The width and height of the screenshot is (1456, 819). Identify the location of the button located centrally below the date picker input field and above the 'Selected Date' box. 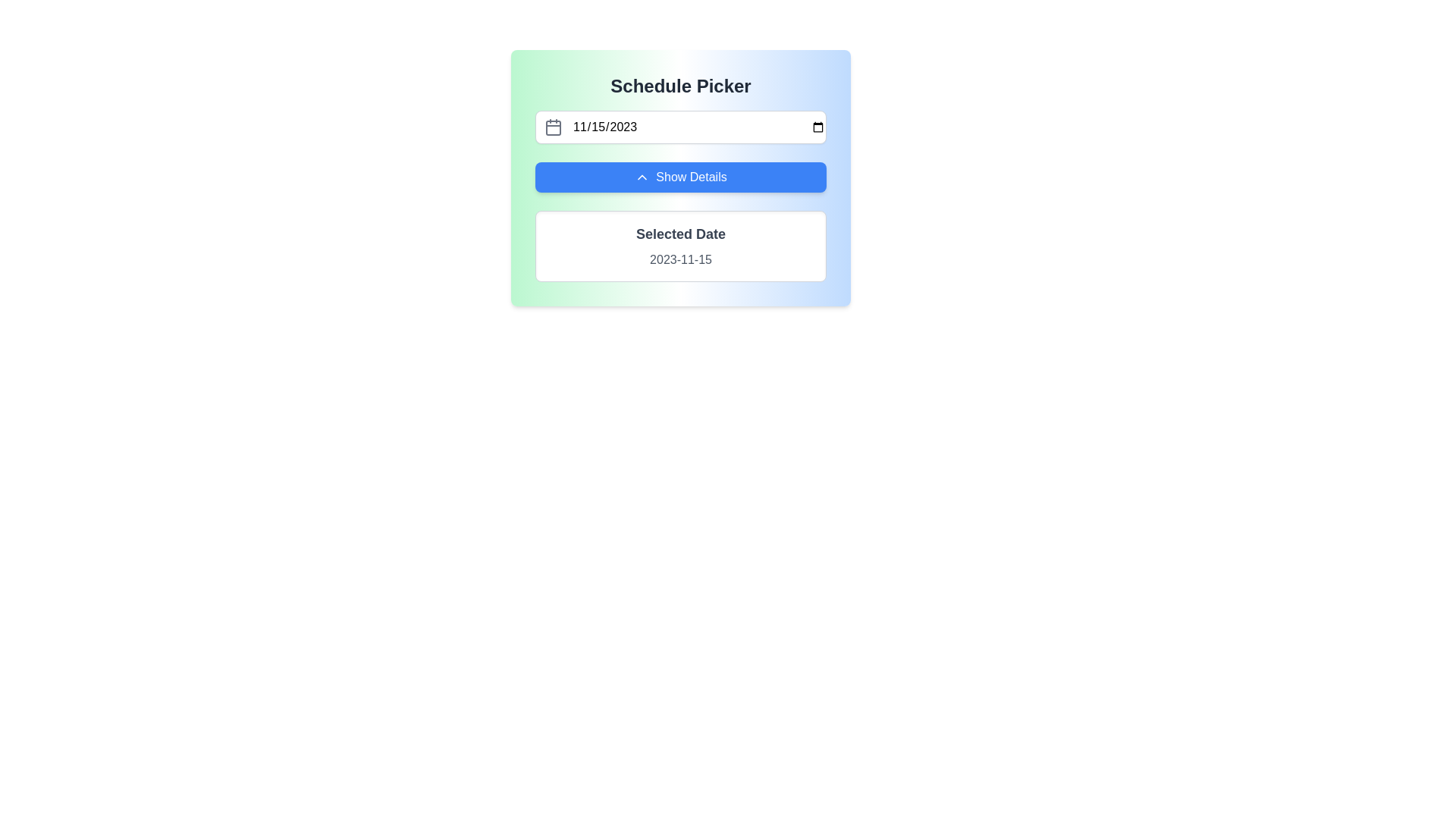
(679, 177).